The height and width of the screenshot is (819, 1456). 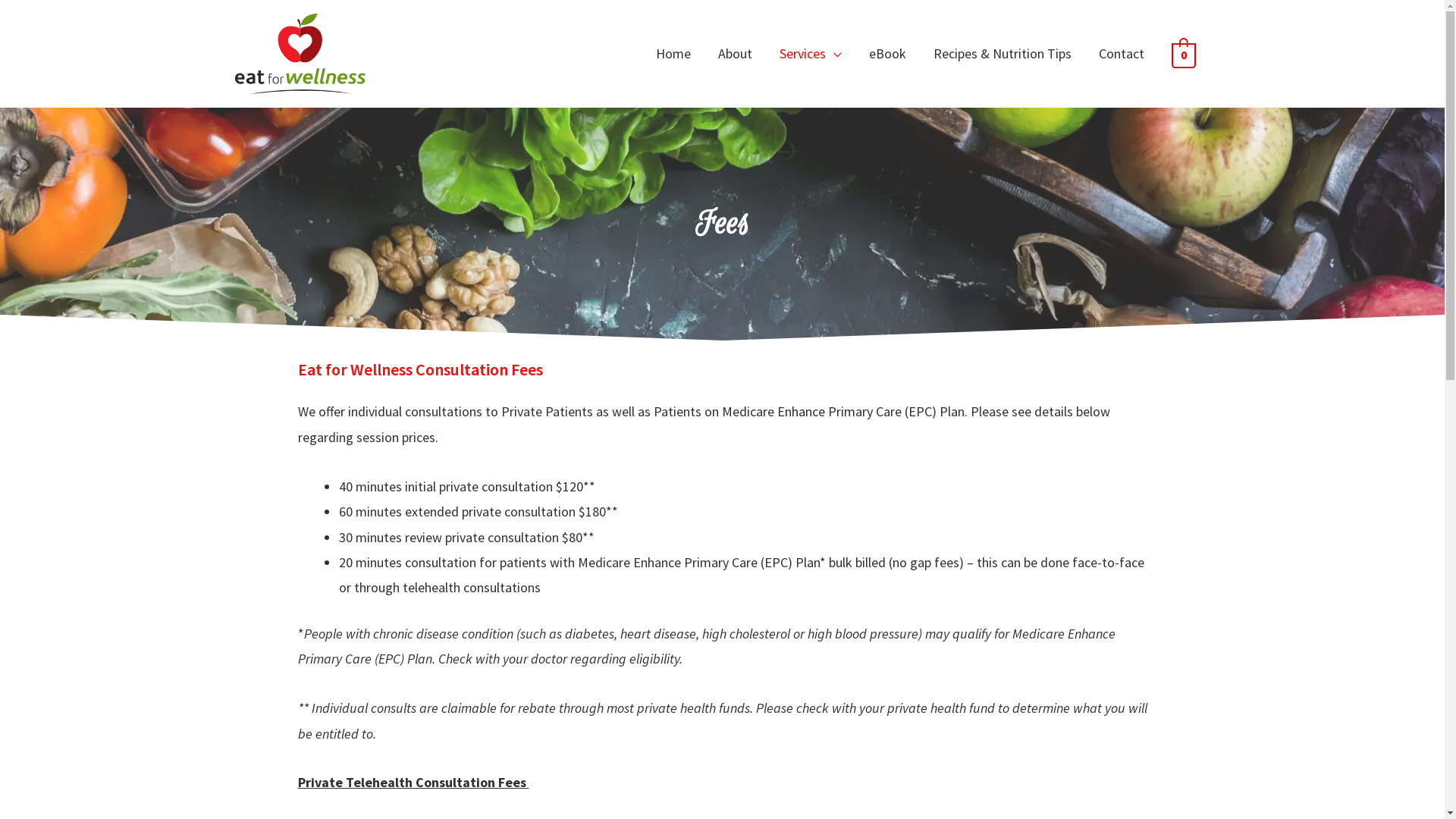 What do you see at coordinates (1170, 53) in the screenshot?
I see `'0'` at bounding box center [1170, 53].